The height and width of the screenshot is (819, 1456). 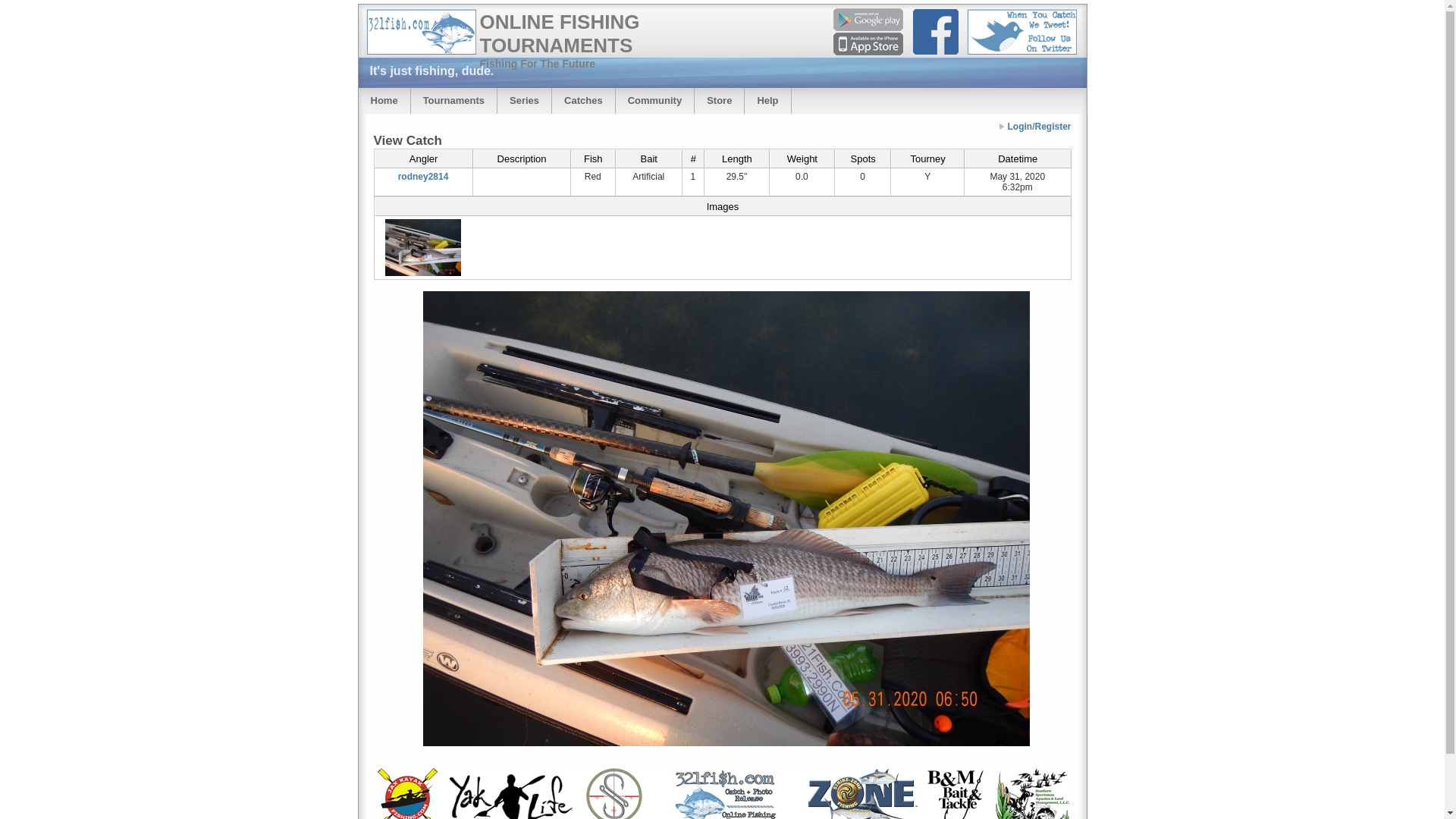 I want to click on 'Login', so click(x=1007, y=125).